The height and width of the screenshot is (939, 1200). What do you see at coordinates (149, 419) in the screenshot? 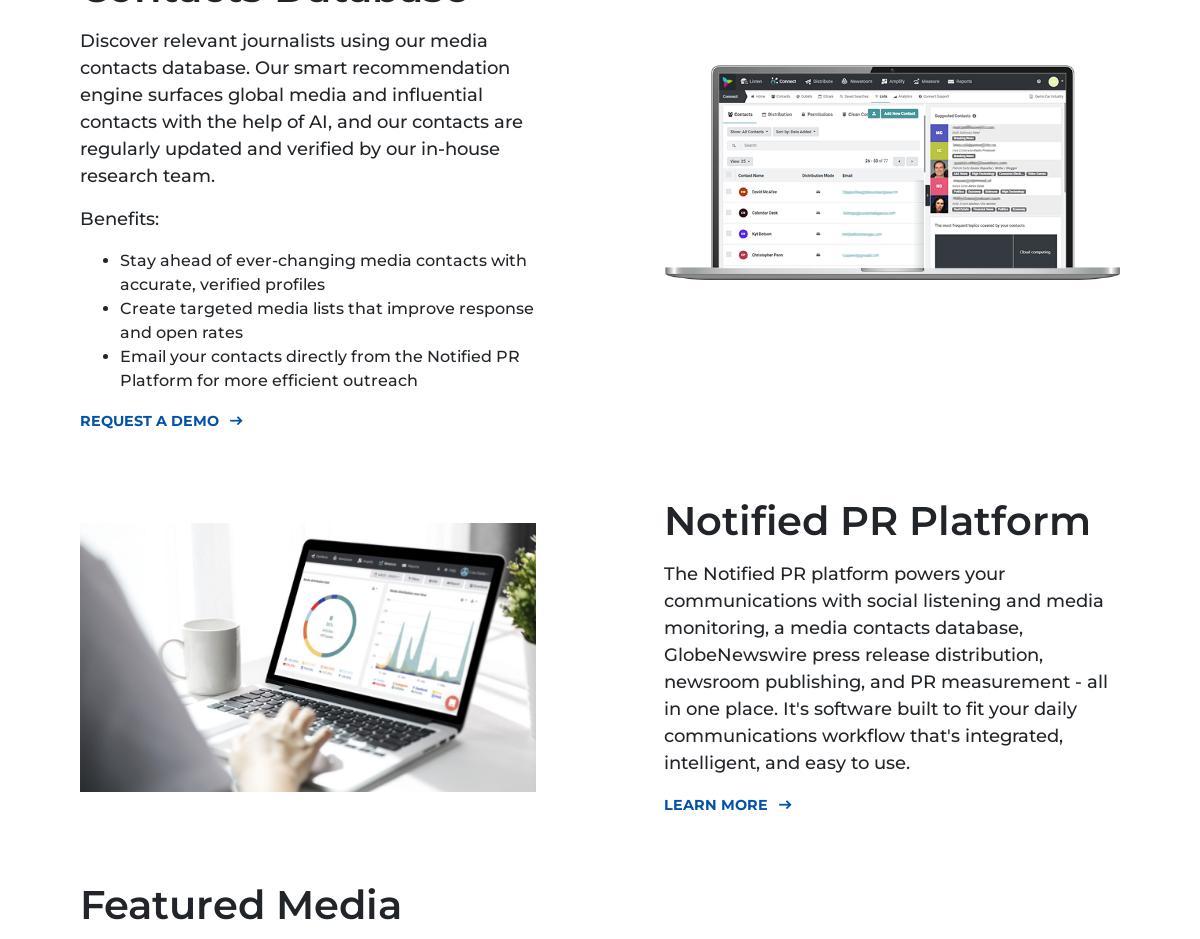
I see `'Request A Demo'` at bounding box center [149, 419].